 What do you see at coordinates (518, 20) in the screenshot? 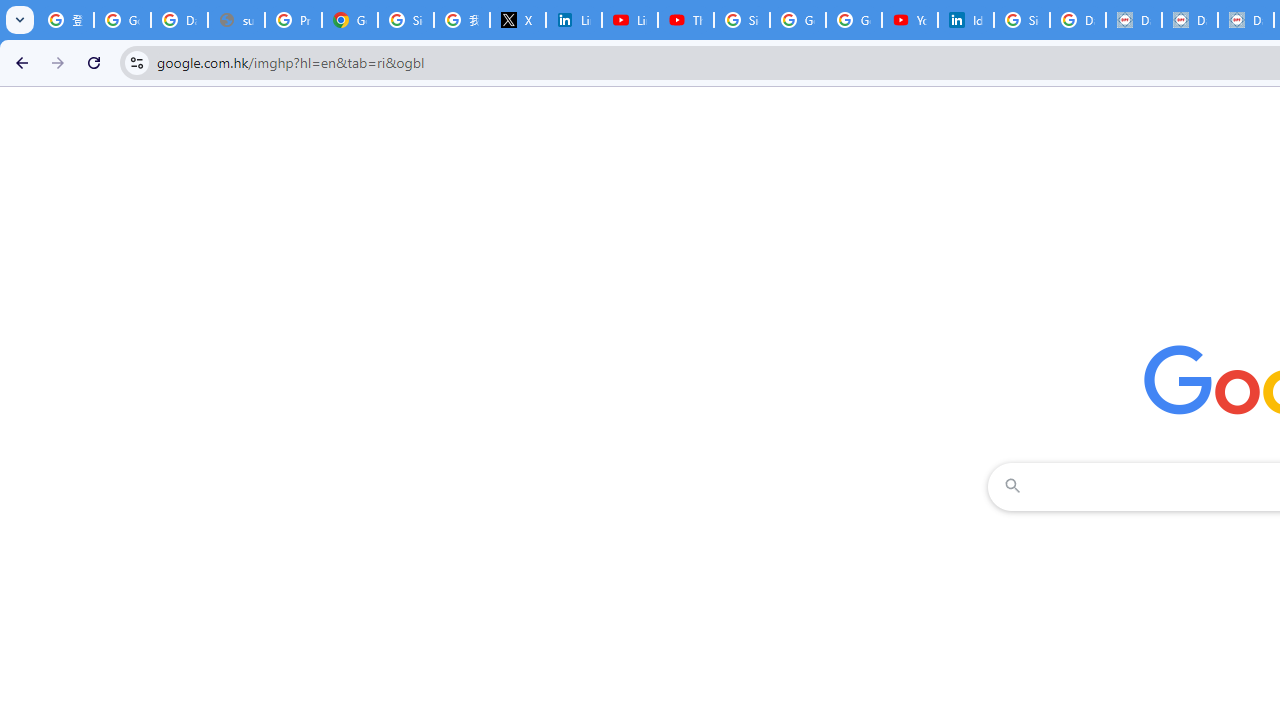
I see `'X'` at bounding box center [518, 20].